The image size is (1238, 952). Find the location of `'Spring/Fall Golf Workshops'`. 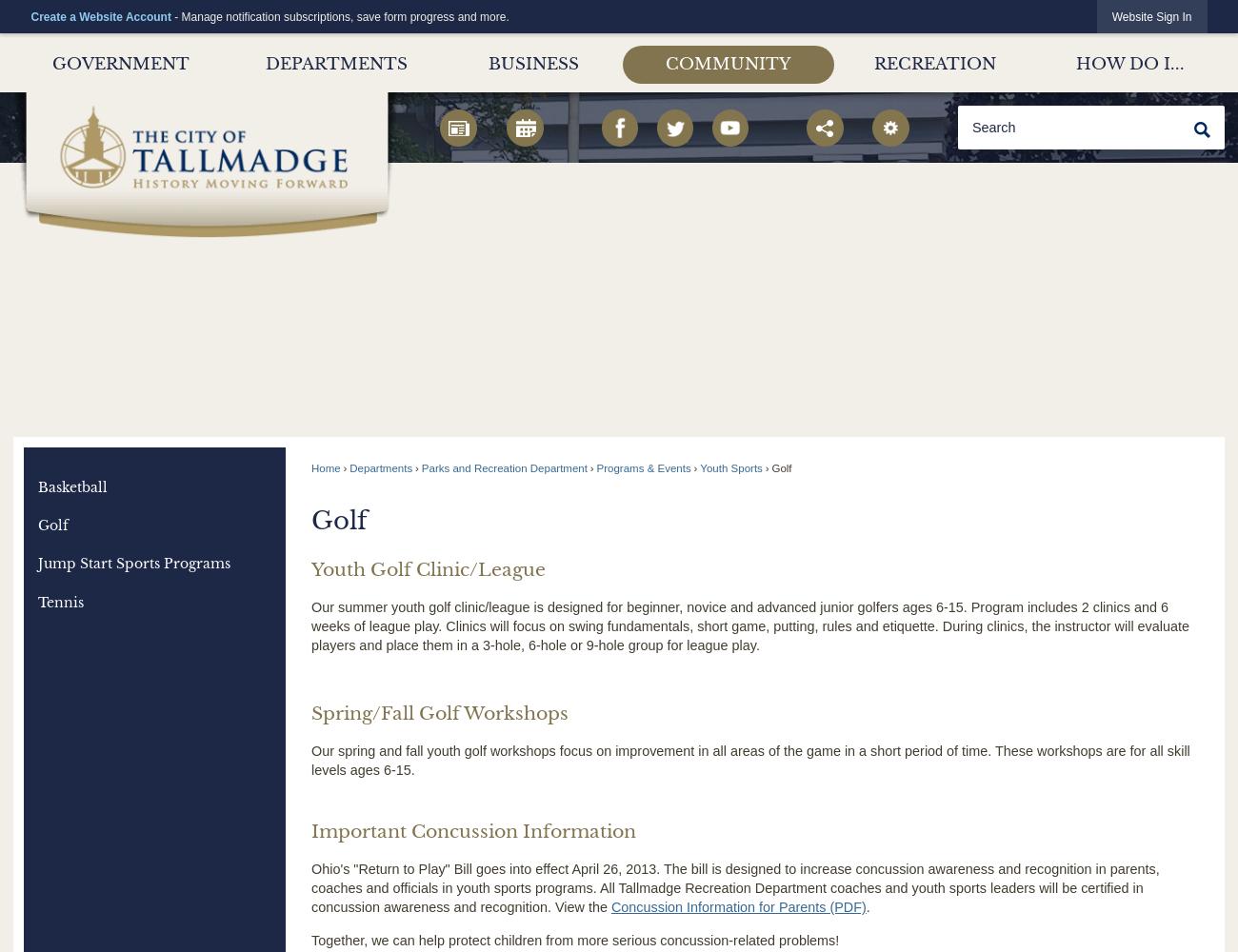

'Spring/Fall Golf Workshops' is located at coordinates (437, 712).